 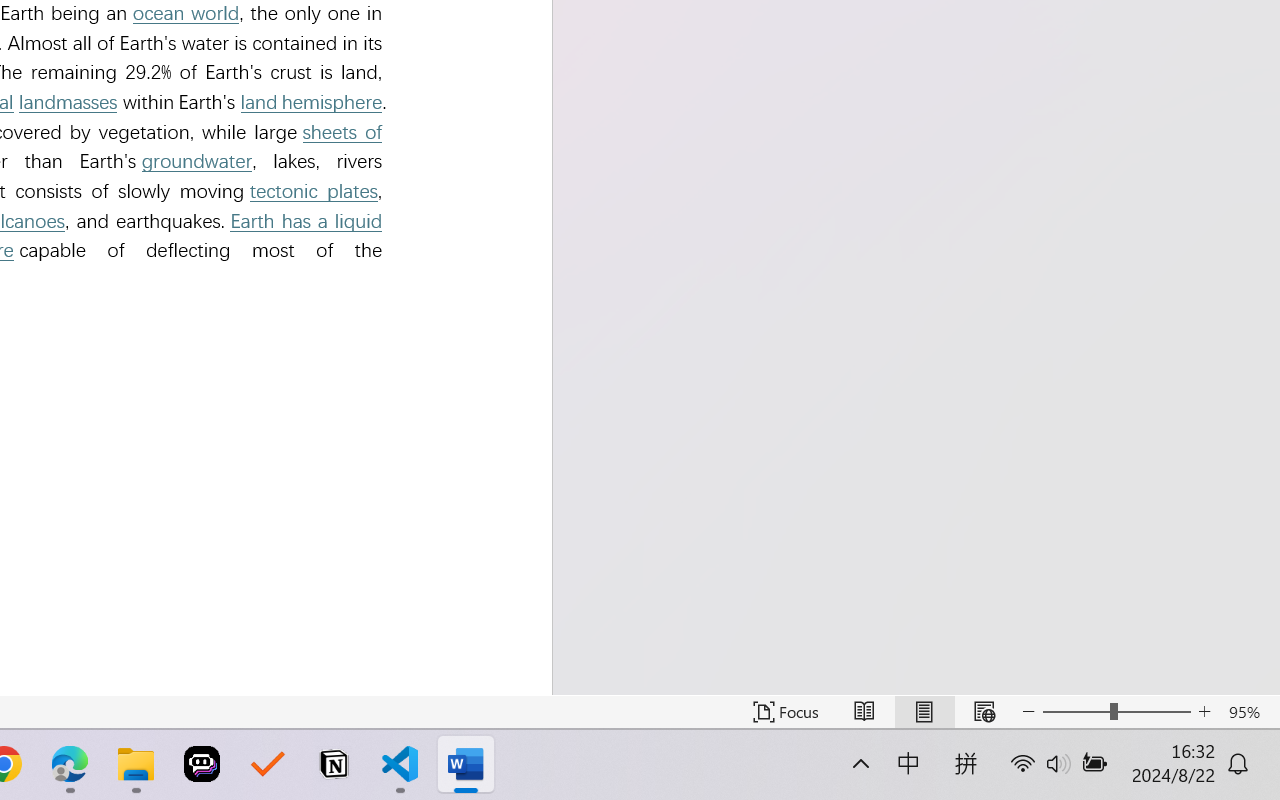 What do you see at coordinates (312, 190) in the screenshot?
I see `'tectonic plates'` at bounding box center [312, 190].